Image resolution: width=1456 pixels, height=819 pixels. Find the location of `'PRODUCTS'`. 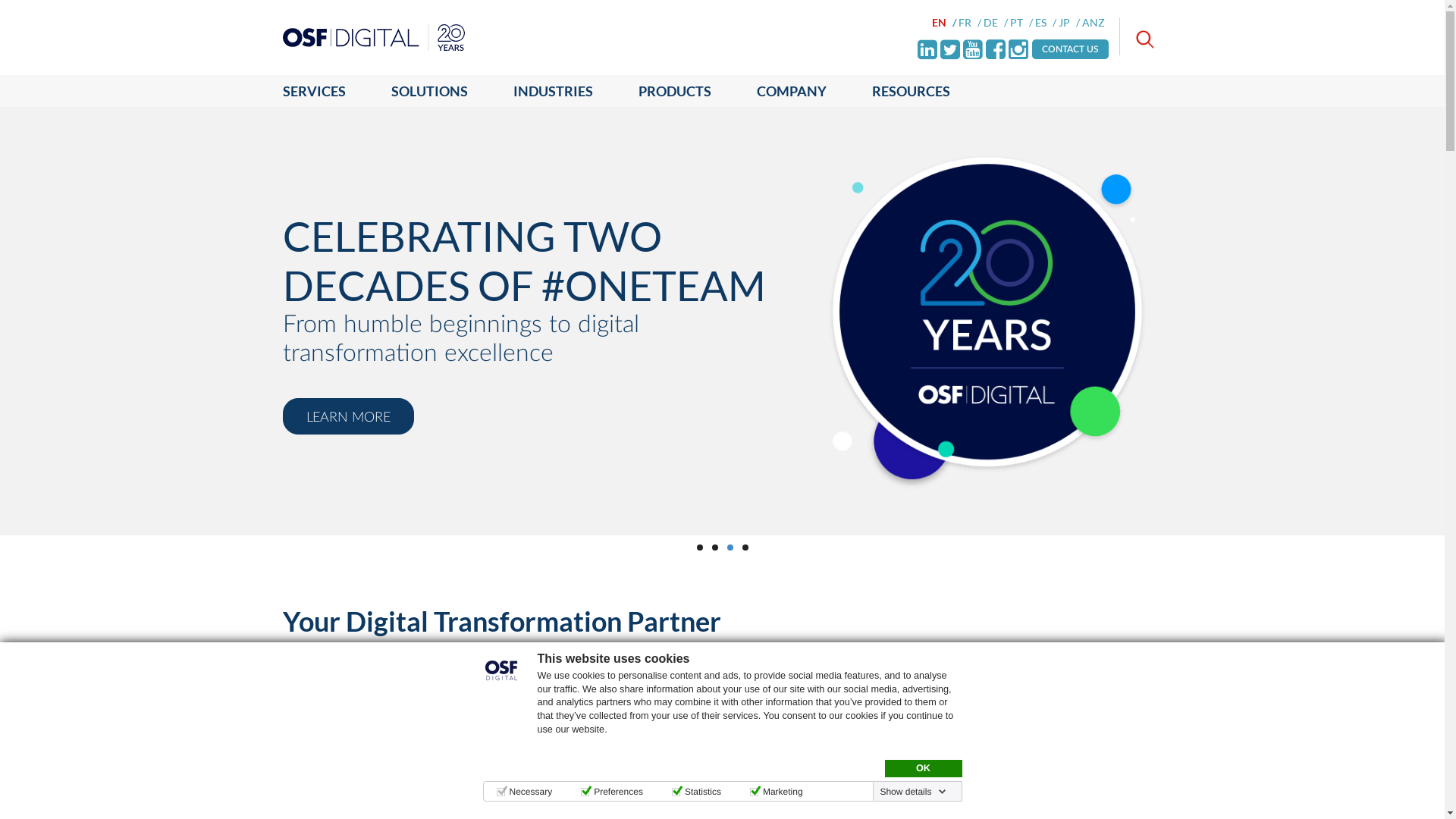

'PRODUCTS' is located at coordinates (673, 90).